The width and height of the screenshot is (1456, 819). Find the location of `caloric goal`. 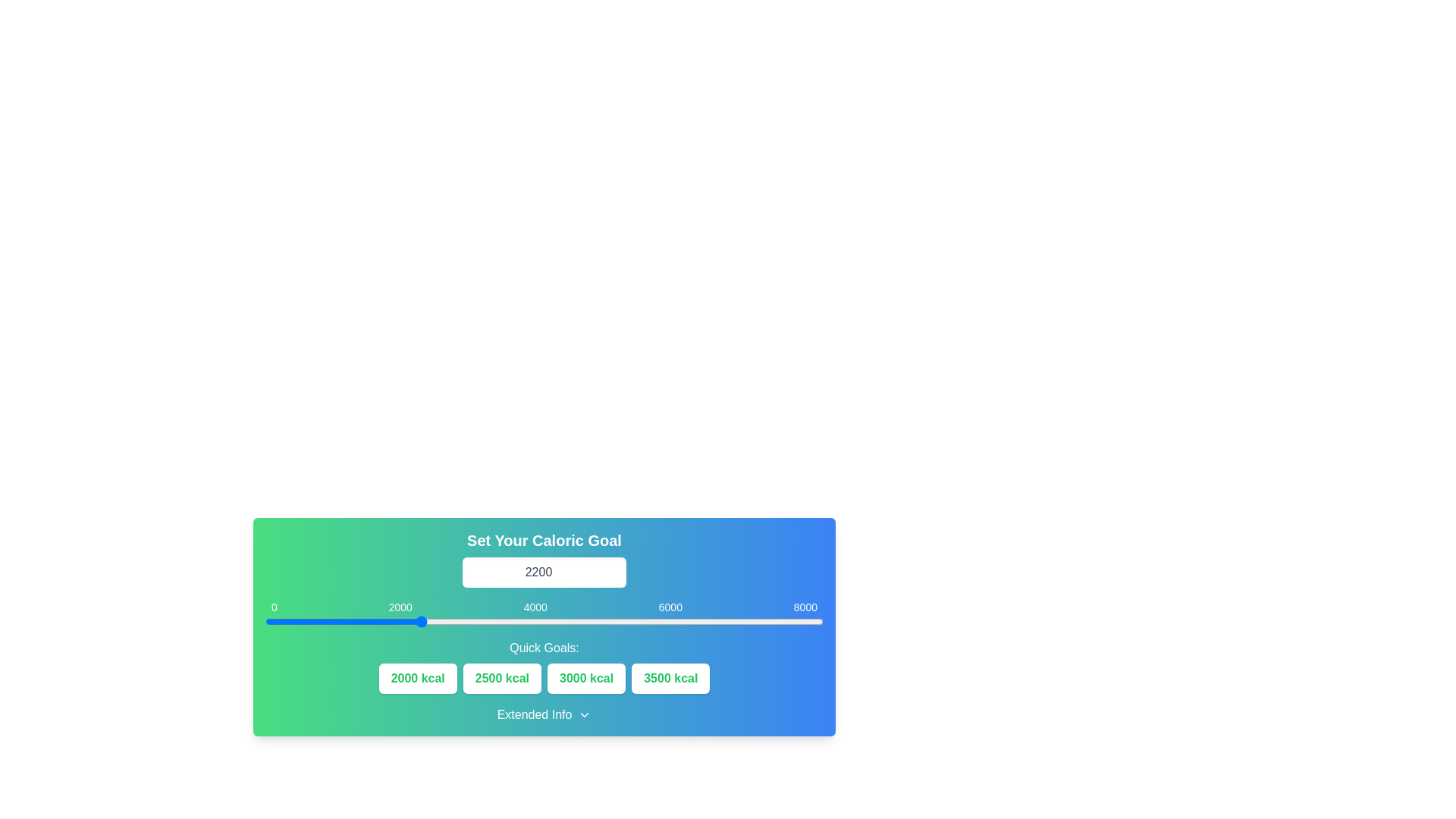

caloric goal is located at coordinates (805, 622).